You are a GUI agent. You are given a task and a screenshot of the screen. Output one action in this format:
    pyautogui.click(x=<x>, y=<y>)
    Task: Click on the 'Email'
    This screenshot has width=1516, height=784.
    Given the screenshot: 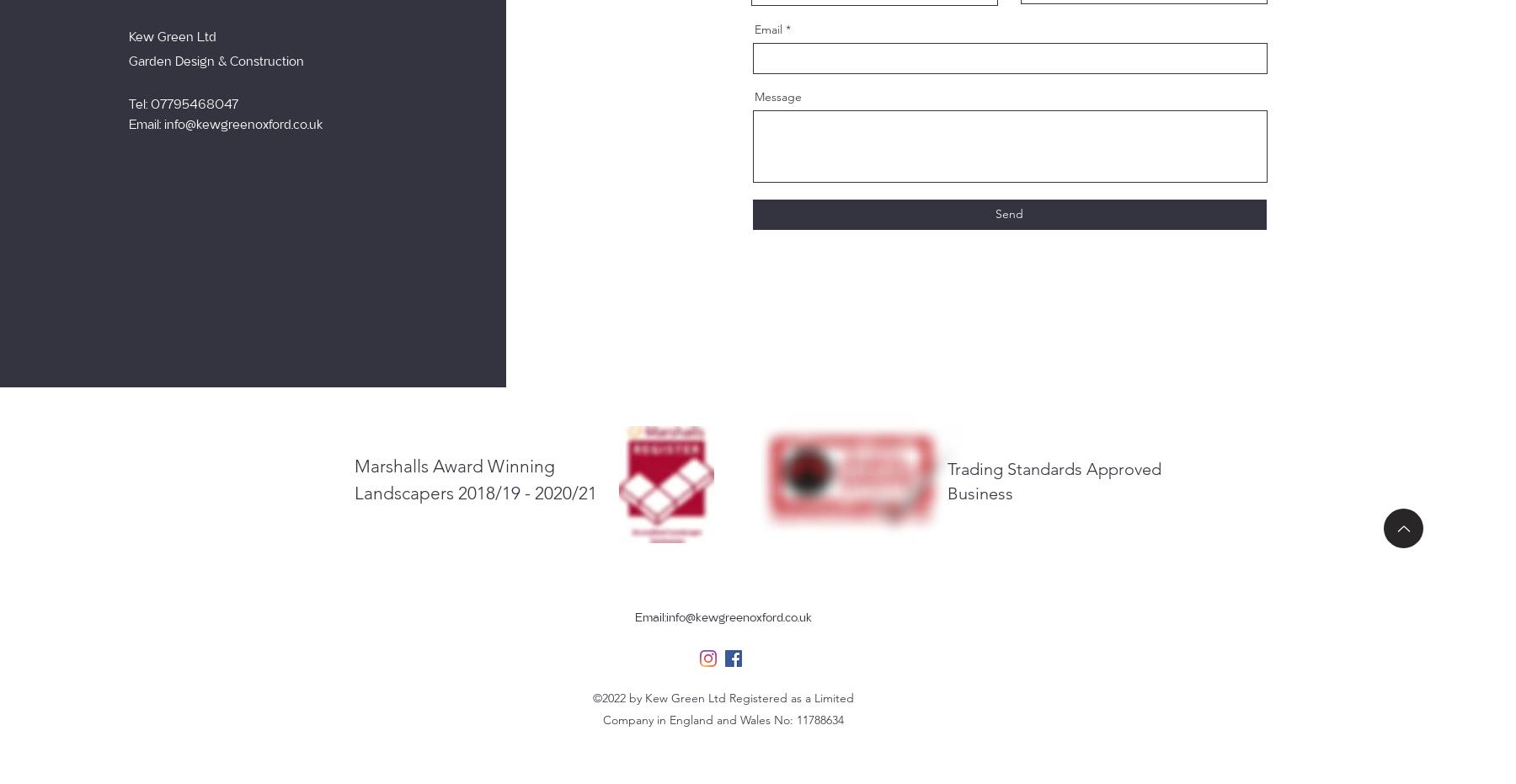 What is the action you would take?
    pyautogui.click(x=766, y=29)
    